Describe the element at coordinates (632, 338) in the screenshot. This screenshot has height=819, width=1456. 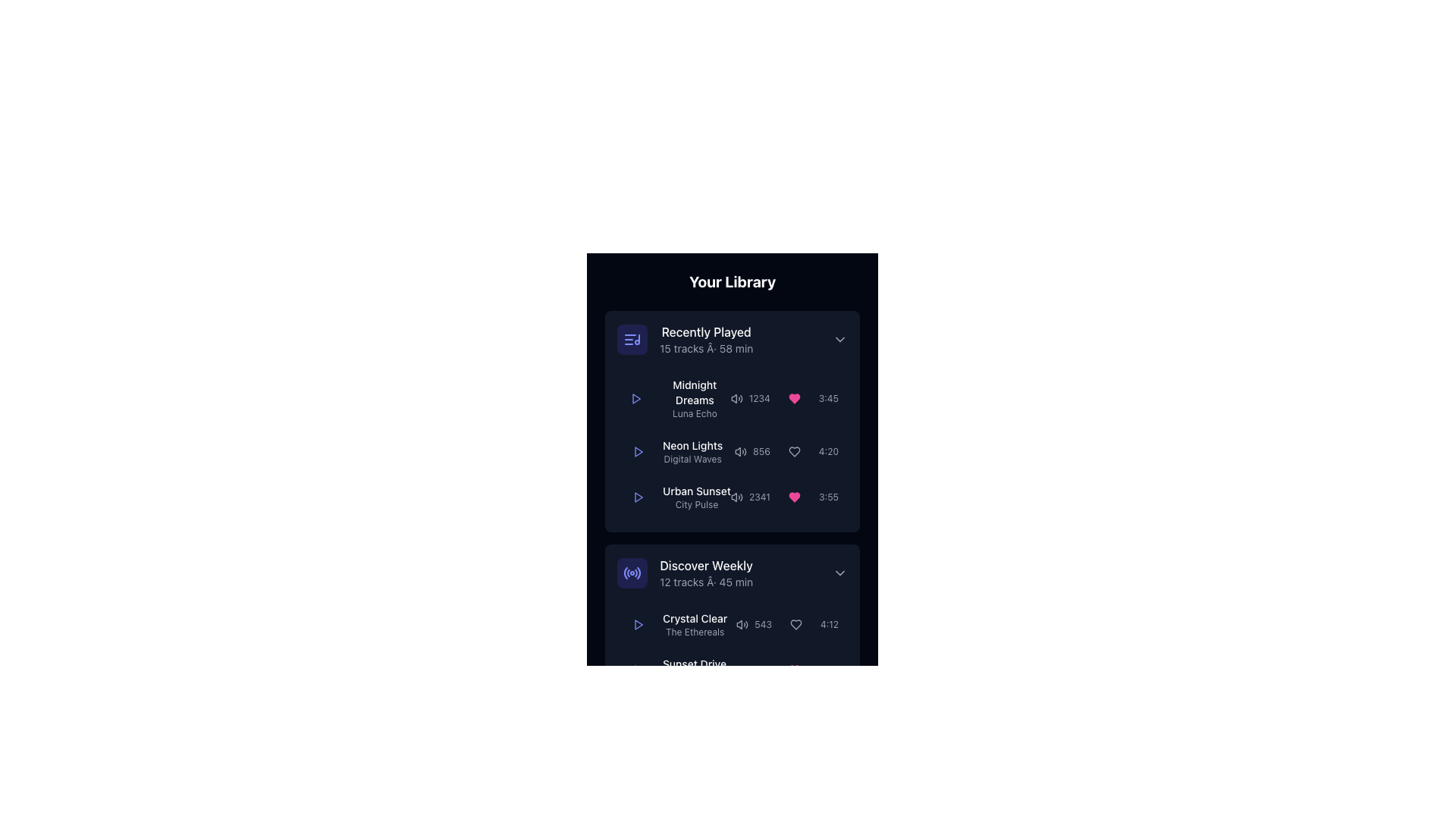
I see `the circular icon button with a dark blue background and a music playlist icon, located at the top-left corner of the 'Recently Played' section` at that location.